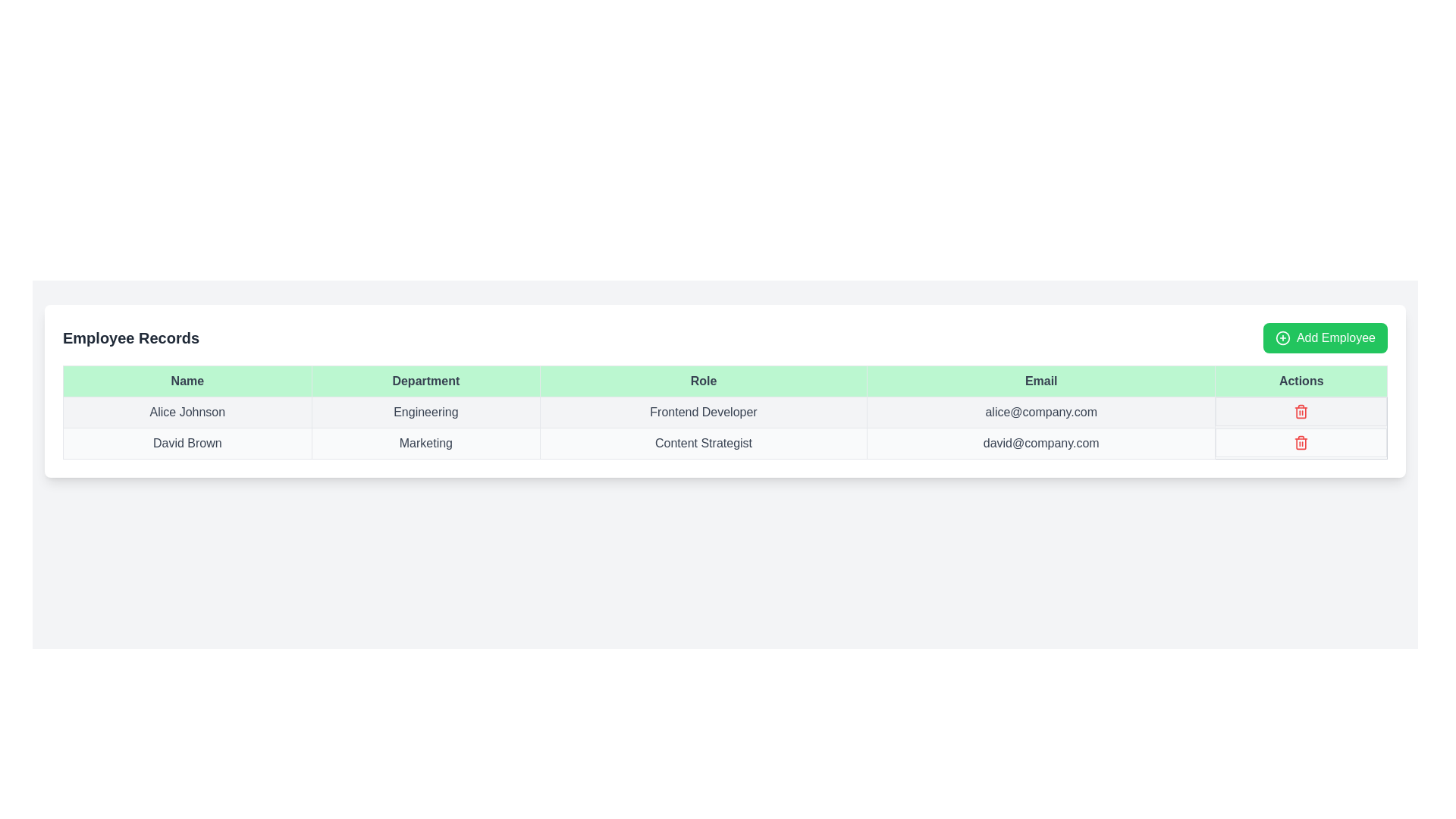  I want to click on the red trash bin icon in the 'Actions' column, so click(1301, 412).